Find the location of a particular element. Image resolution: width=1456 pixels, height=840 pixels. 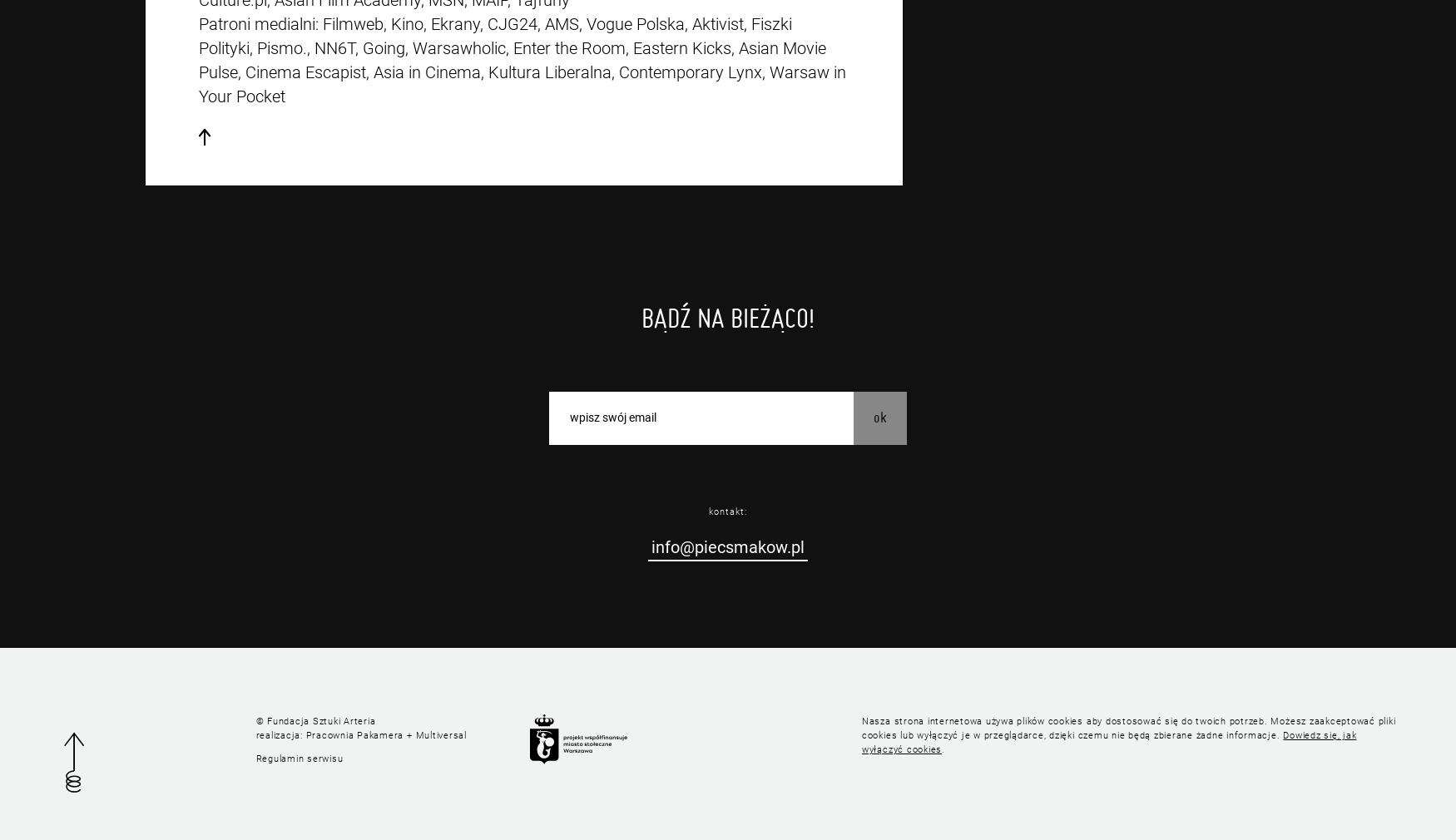

'bądź na bieżąco!' is located at coordinates (641, 318).